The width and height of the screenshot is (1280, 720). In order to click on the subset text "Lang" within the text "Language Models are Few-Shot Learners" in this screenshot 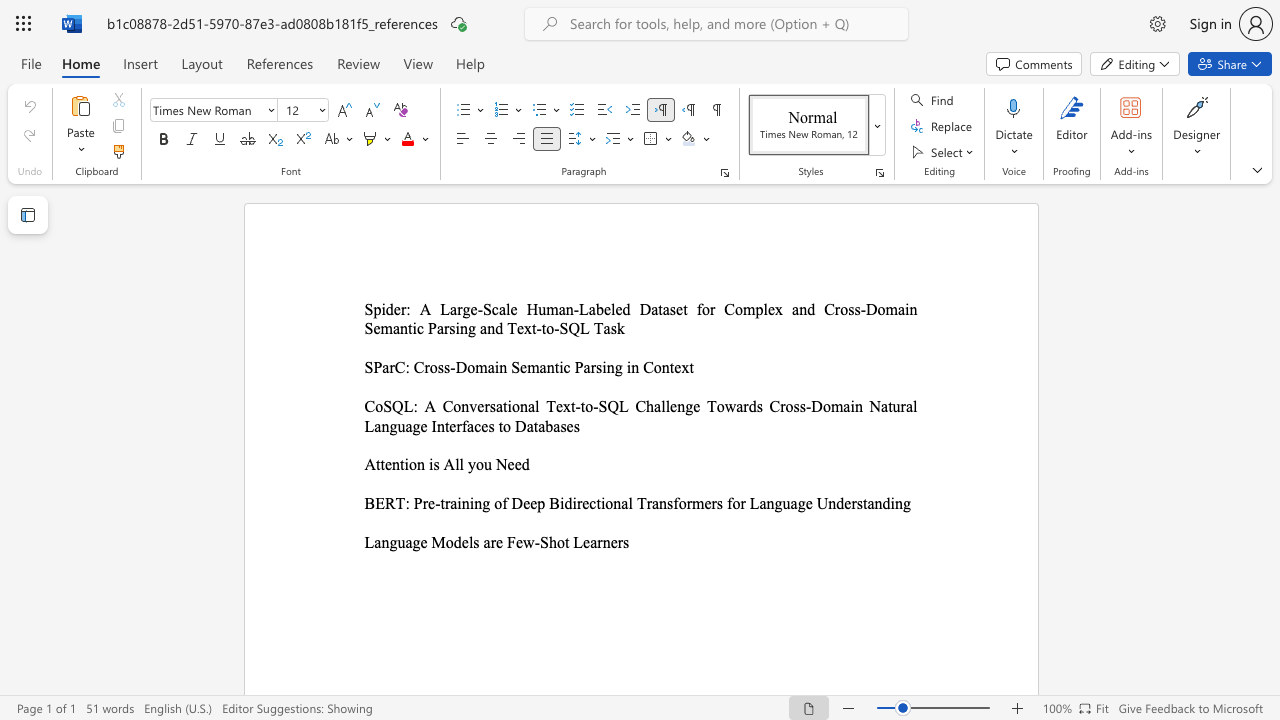, I will do `click(364, 542)`.